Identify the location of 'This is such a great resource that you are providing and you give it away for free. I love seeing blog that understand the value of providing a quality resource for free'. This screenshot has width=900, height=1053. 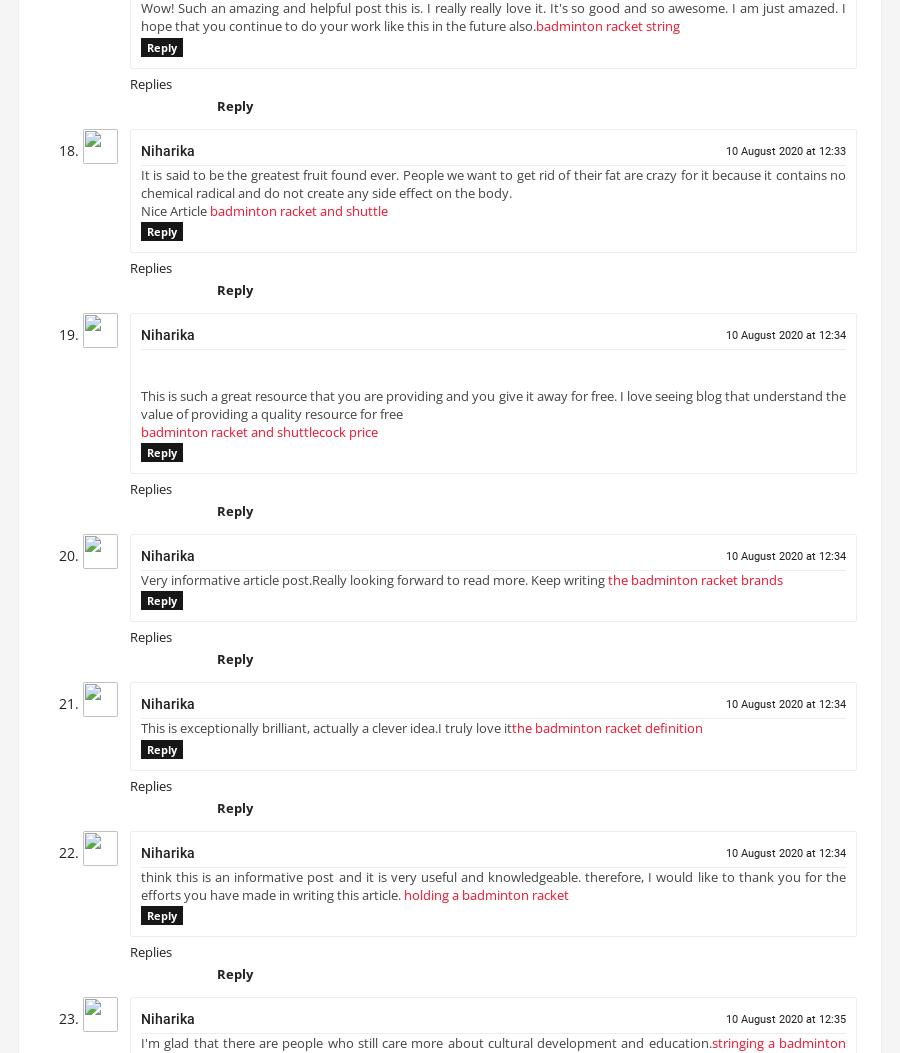
(141, 412).